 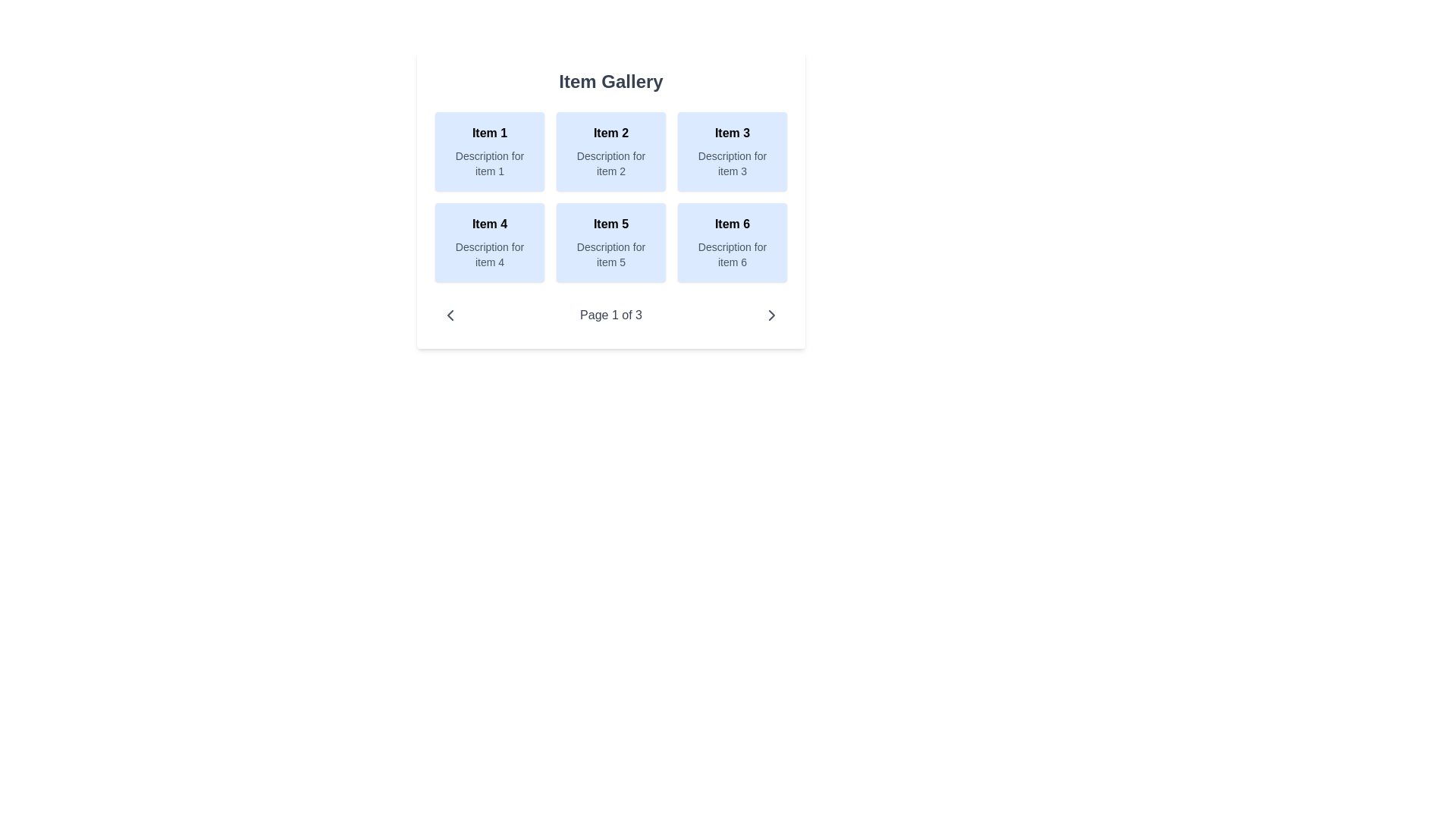 What do you see at coordinates (611, 164) in the screenshot?
I see `the Text Label that displays the description for 'Item 2' in the gallery, located directly below the 'Item 2' label` at bounding box center [611, 164].